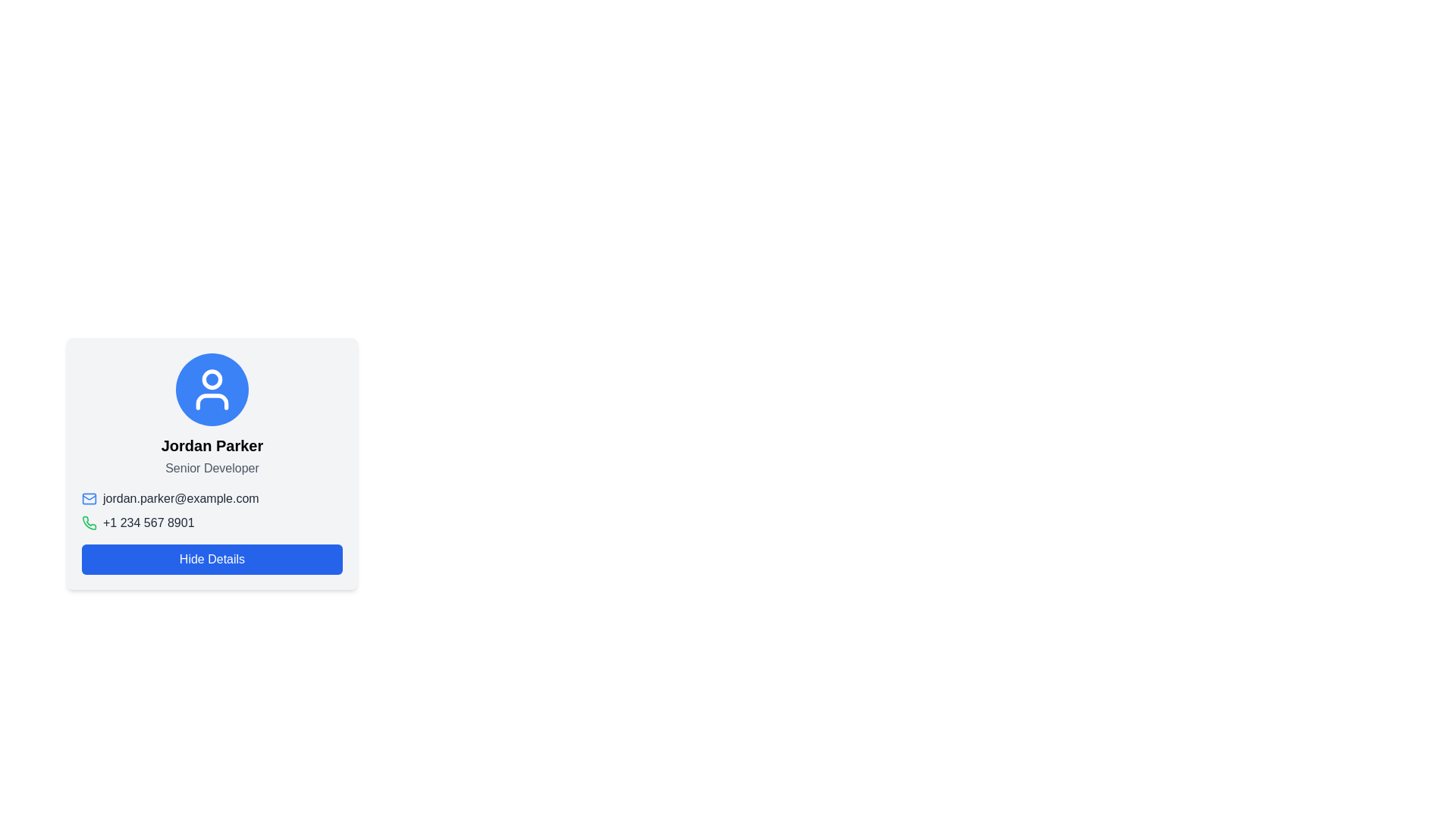 This screenshot has height=819, width=1456. What do you see at coordinates (211, 467) in the screenshot?
I see `the text label displaying the job title or role associated with the user Jordan Parker, located beneath the name in the user information card` at bounding box center [211, 467].